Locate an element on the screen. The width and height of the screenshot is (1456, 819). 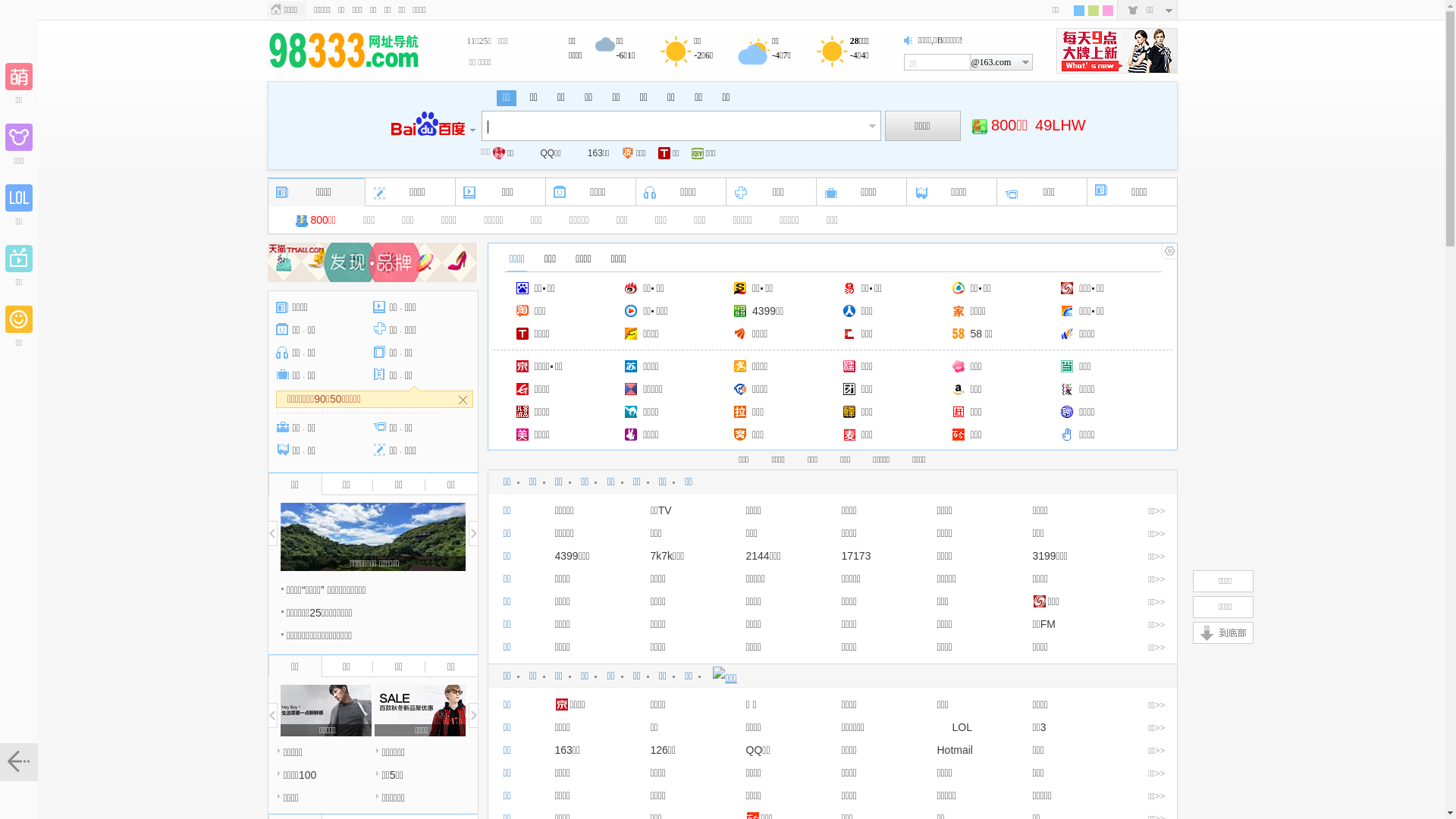
'49LHW' is located at coordinates (1059, 124).